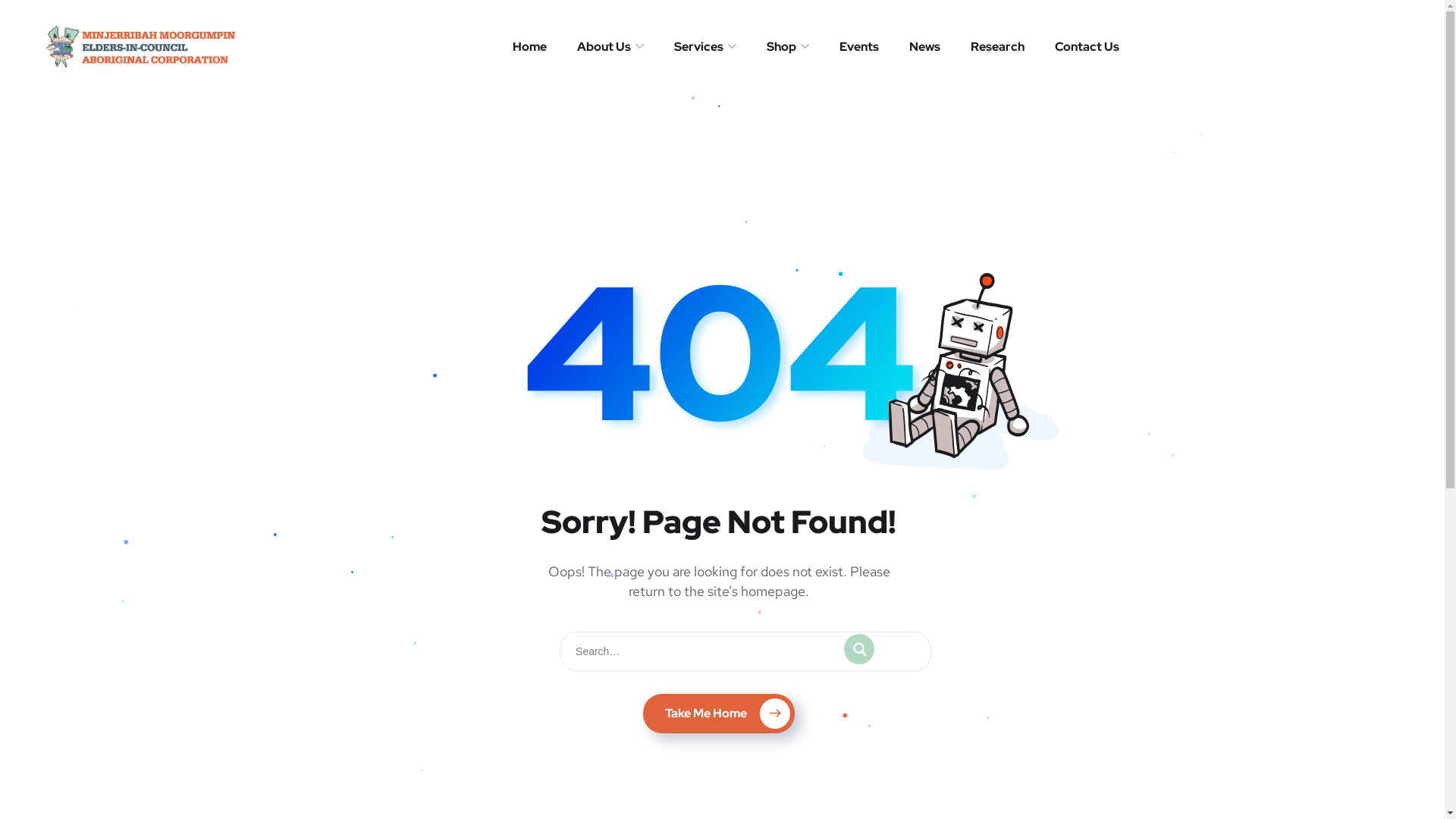 The height and width of the screenshot is (819, 1456). I want to click on 'Research', so click(971, 45).